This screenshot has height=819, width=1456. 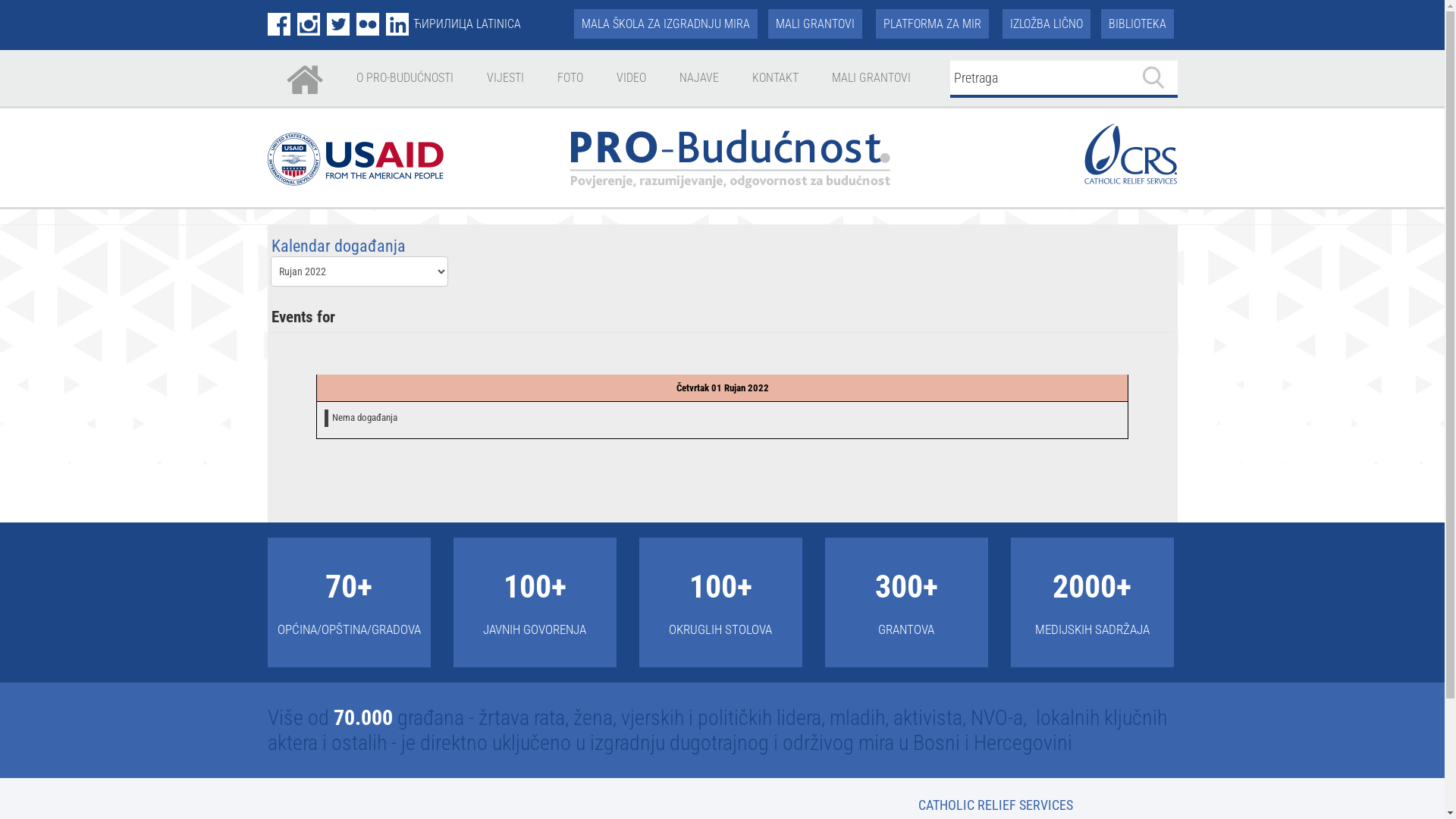 I want to click on 'FOTO', so click(x=570, y=78).